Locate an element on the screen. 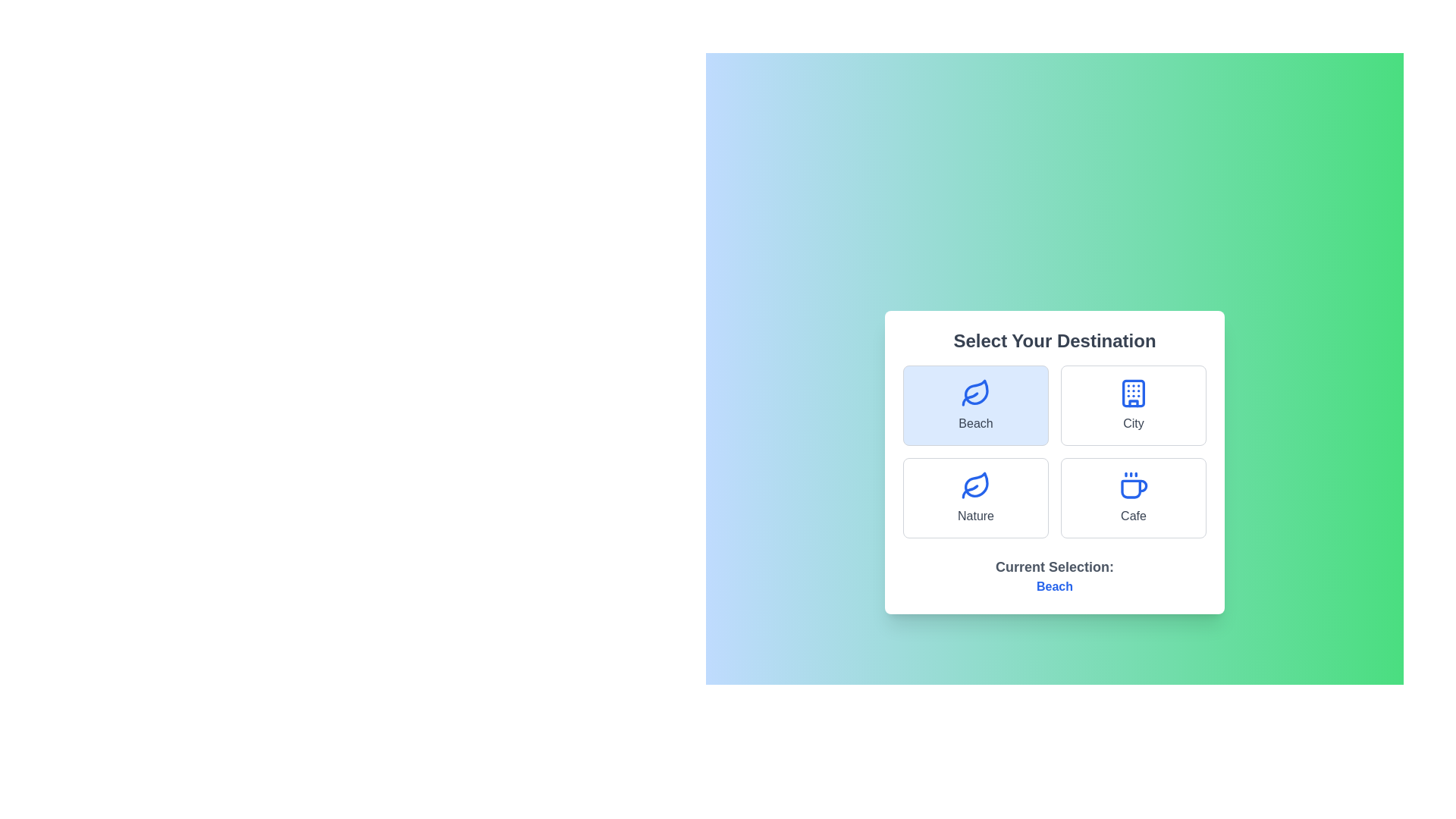 The image size is (1456, 819). the Nature option to observe the visual feedback is located at coordinates (975, 497).